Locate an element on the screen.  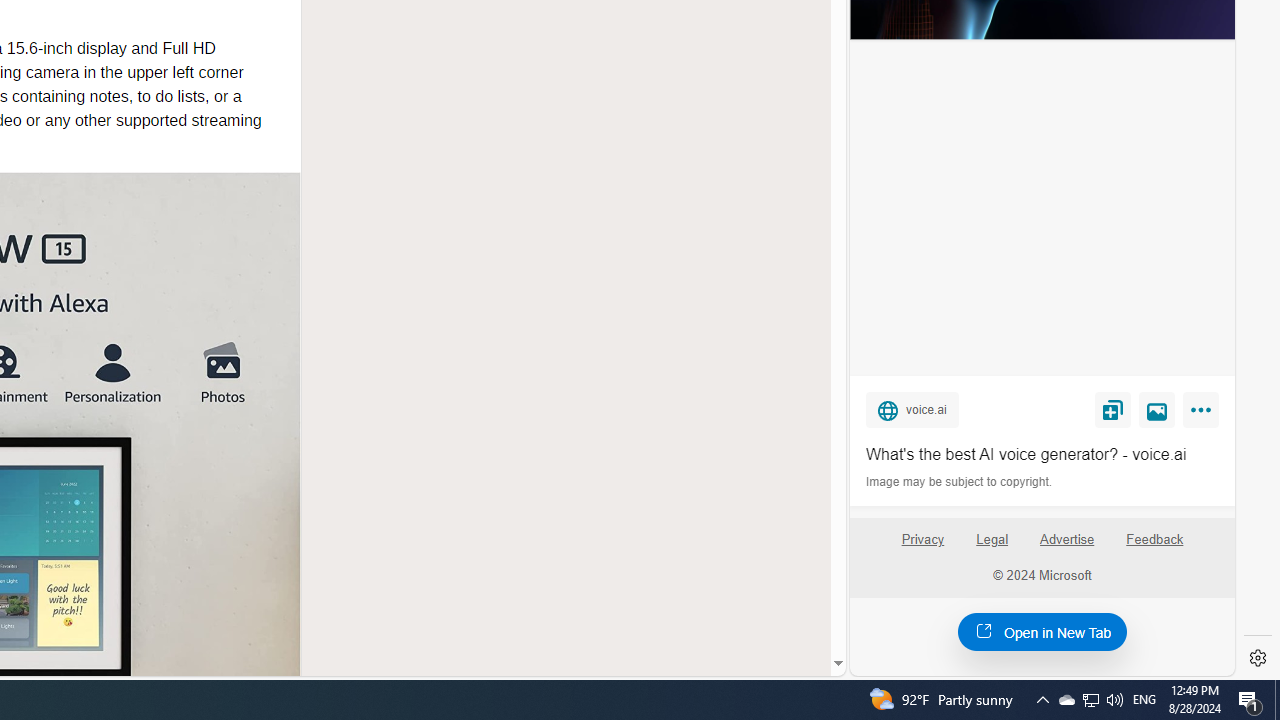
'Save' is located at coordinates (1111, 408).